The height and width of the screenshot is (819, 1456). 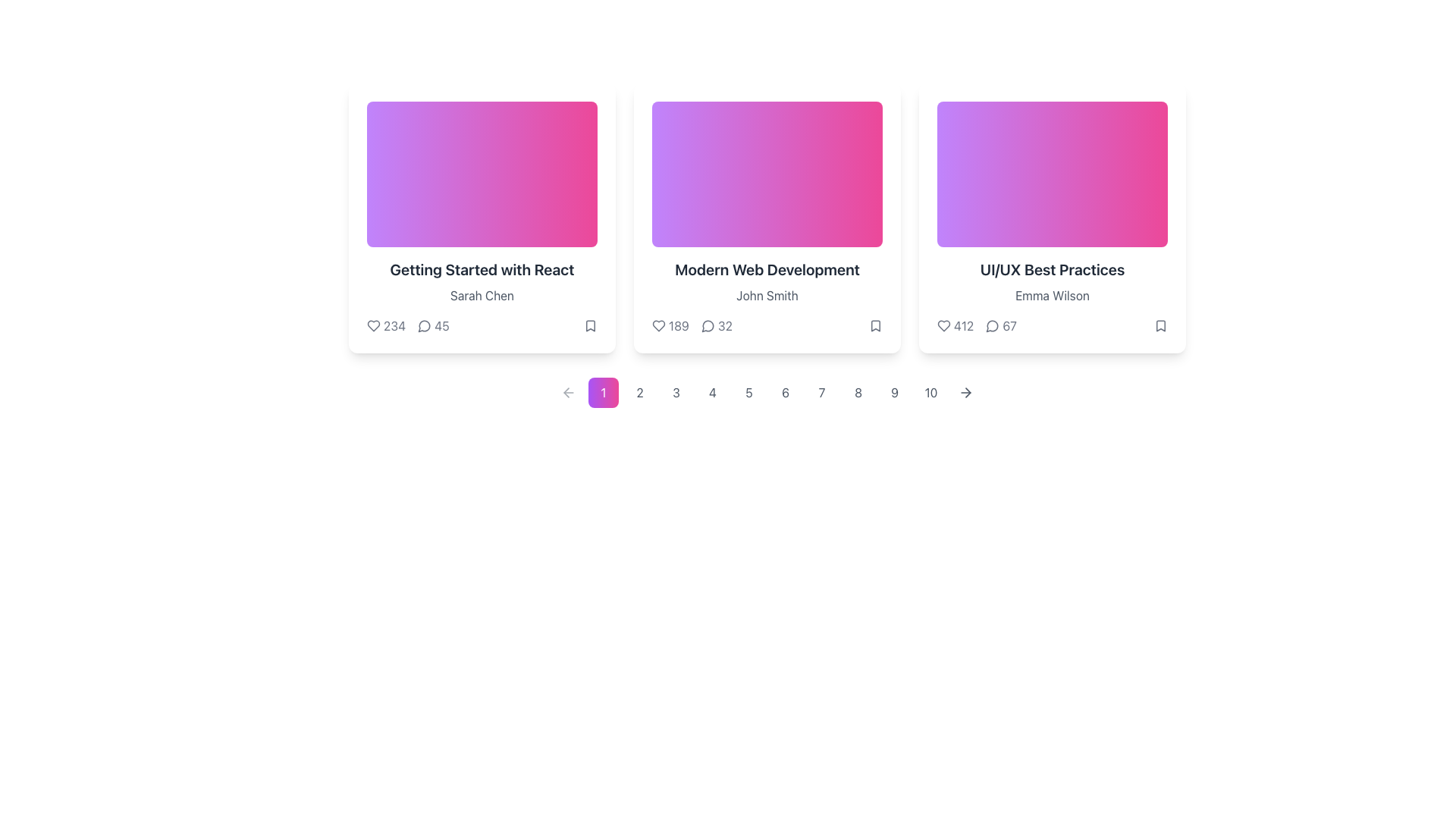 I want to click on the interaction counts displayed in the Information cluster below the title and author name section of the first card, so click(x=407, y=325).